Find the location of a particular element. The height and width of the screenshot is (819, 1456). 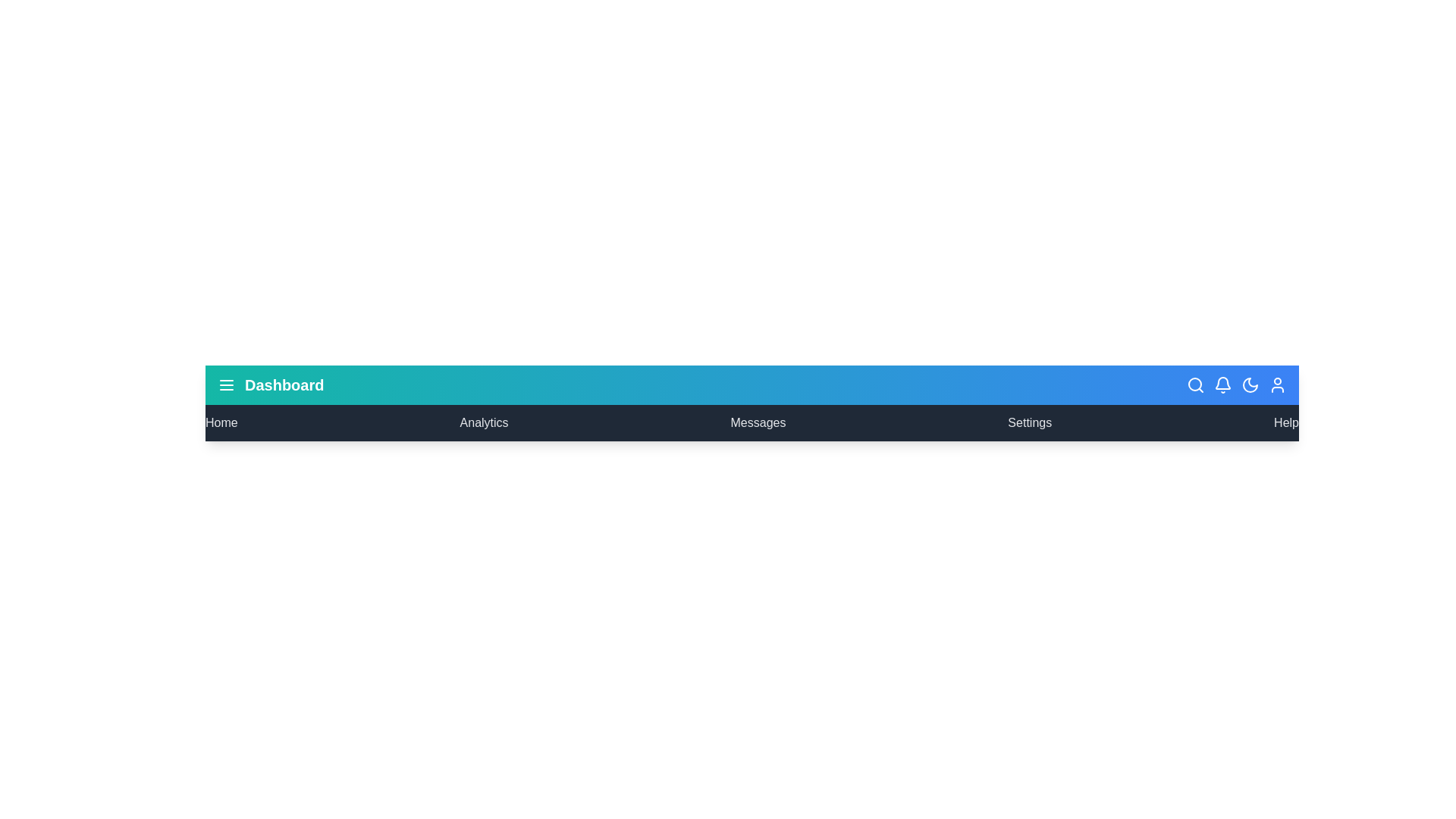

the menu item Settings to navigate to the respective section is located at coordinates (1030, 423).